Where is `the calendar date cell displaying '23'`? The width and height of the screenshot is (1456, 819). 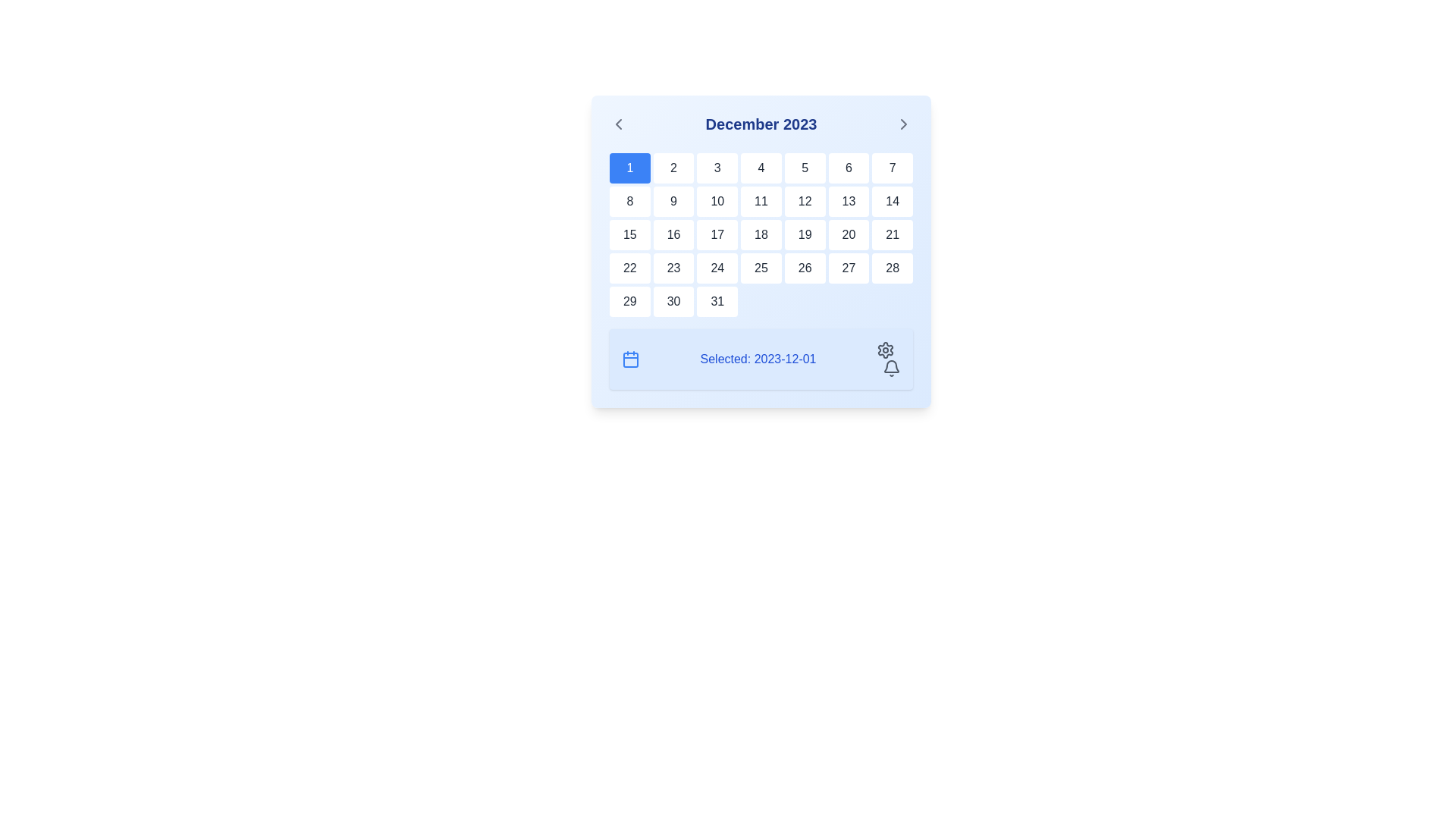 the calendar date cell displaying '23' is located at coordinates (673, 268).